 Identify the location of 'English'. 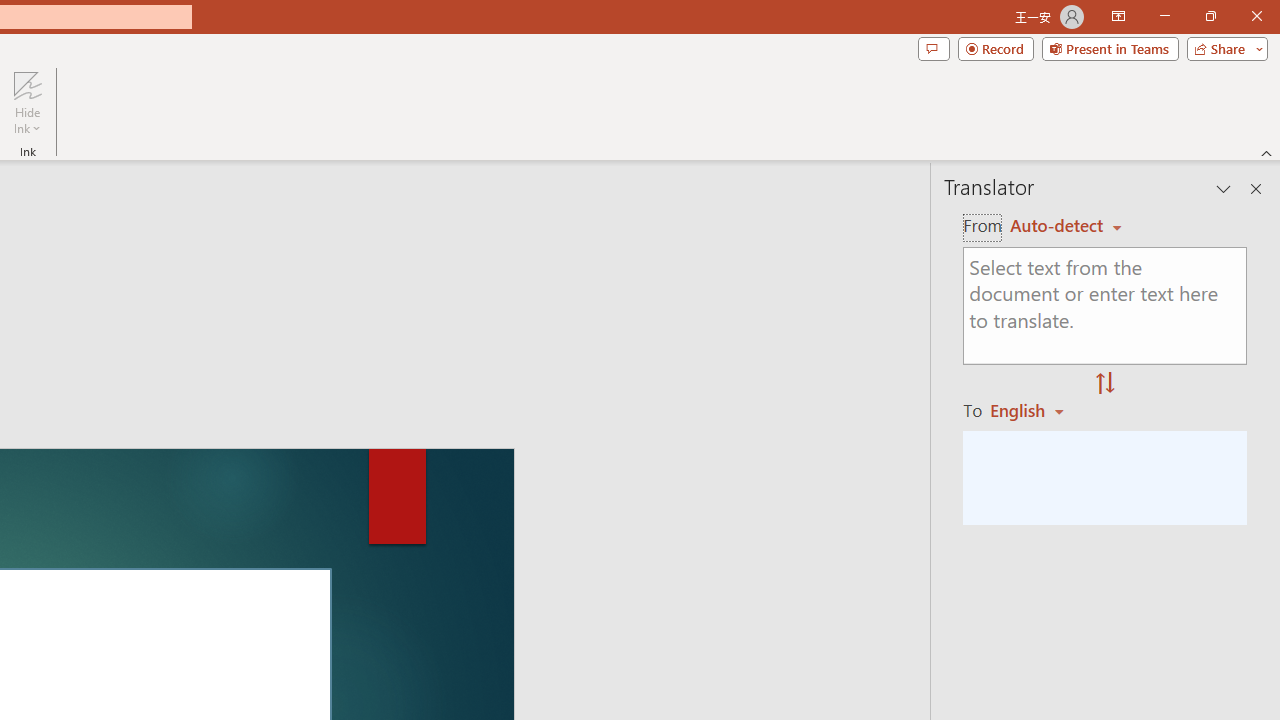
(1034, 409).